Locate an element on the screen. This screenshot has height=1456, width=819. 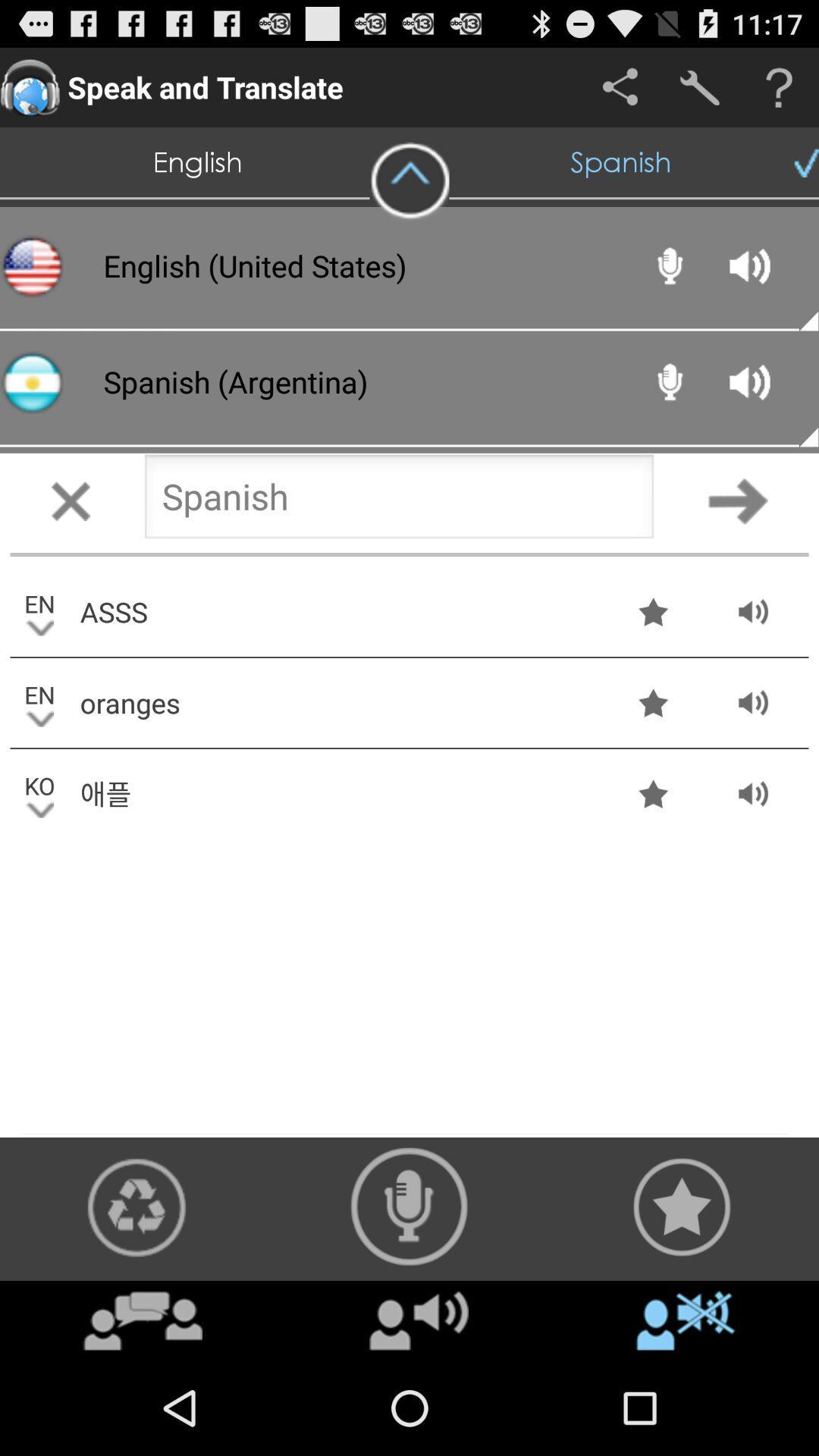
icon above the english (united states) item is located at coordinates (409, 181).